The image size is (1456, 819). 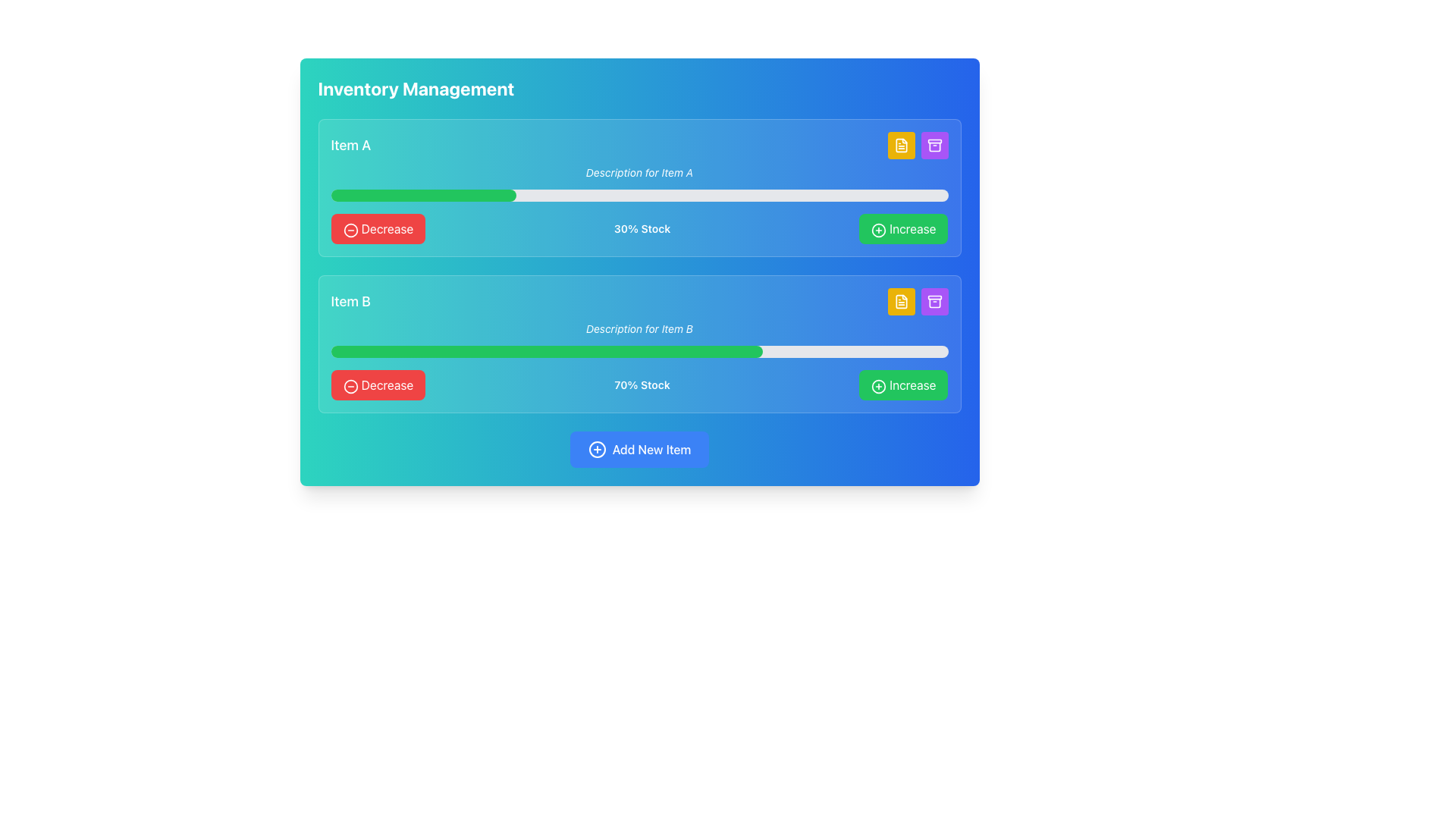 What do you see at coordinates (546, 351) in the screenshot?
I see `the green progress bar located in the 'Item B' section, which is positioned horizontally over the second gray bar below the description text 'Description for Item B.'` at bounding box center [546, 351].